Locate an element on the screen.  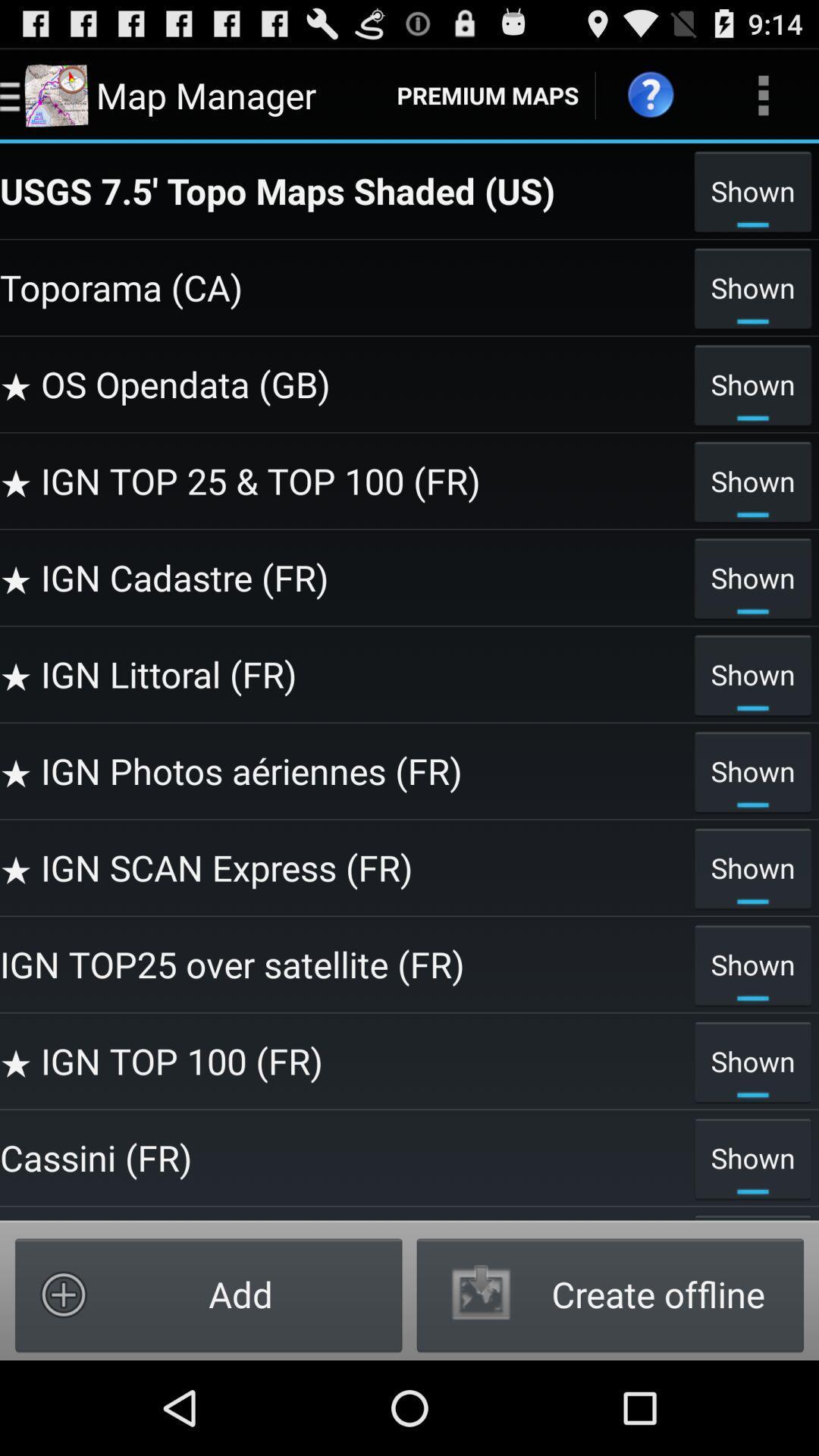
the toporama (ca) icon is located at coordinates (343, 287).